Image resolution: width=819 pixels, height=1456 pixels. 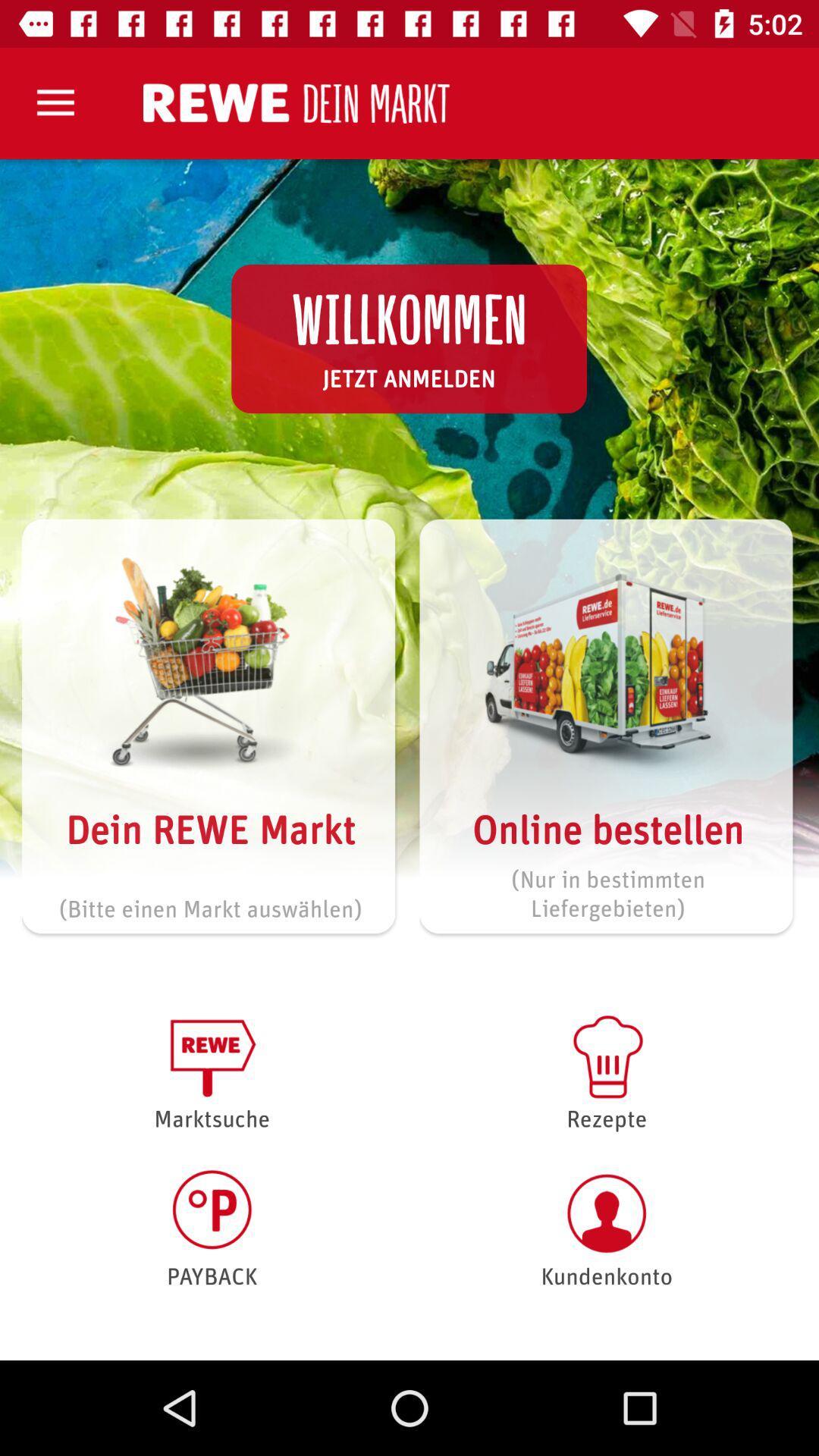 What do you see at coordinates (212, 1228) in the screenshot?
I see `payback item` at bounding box center [212, 1228].